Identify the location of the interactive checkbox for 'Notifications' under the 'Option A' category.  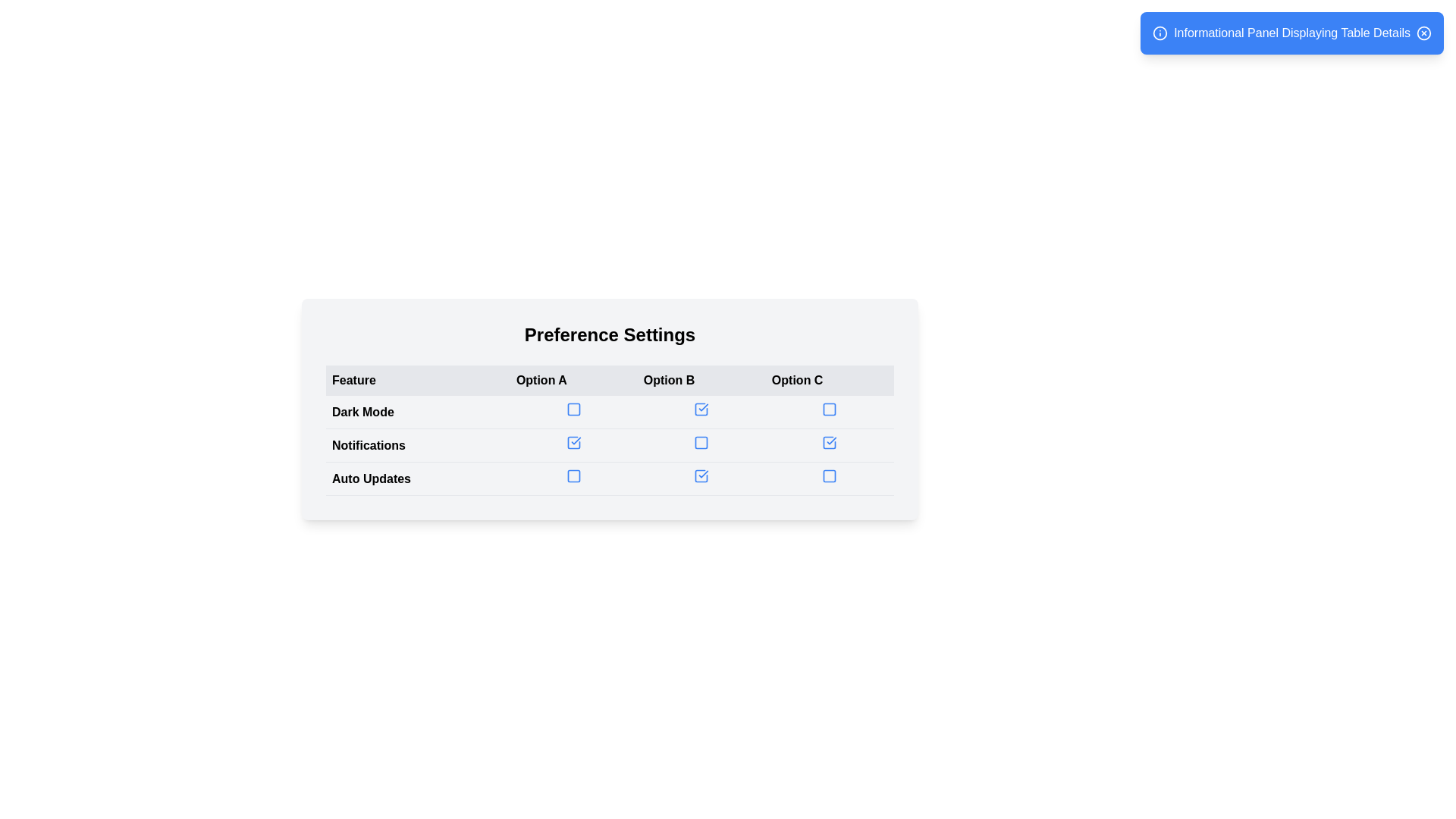
(573, 442).